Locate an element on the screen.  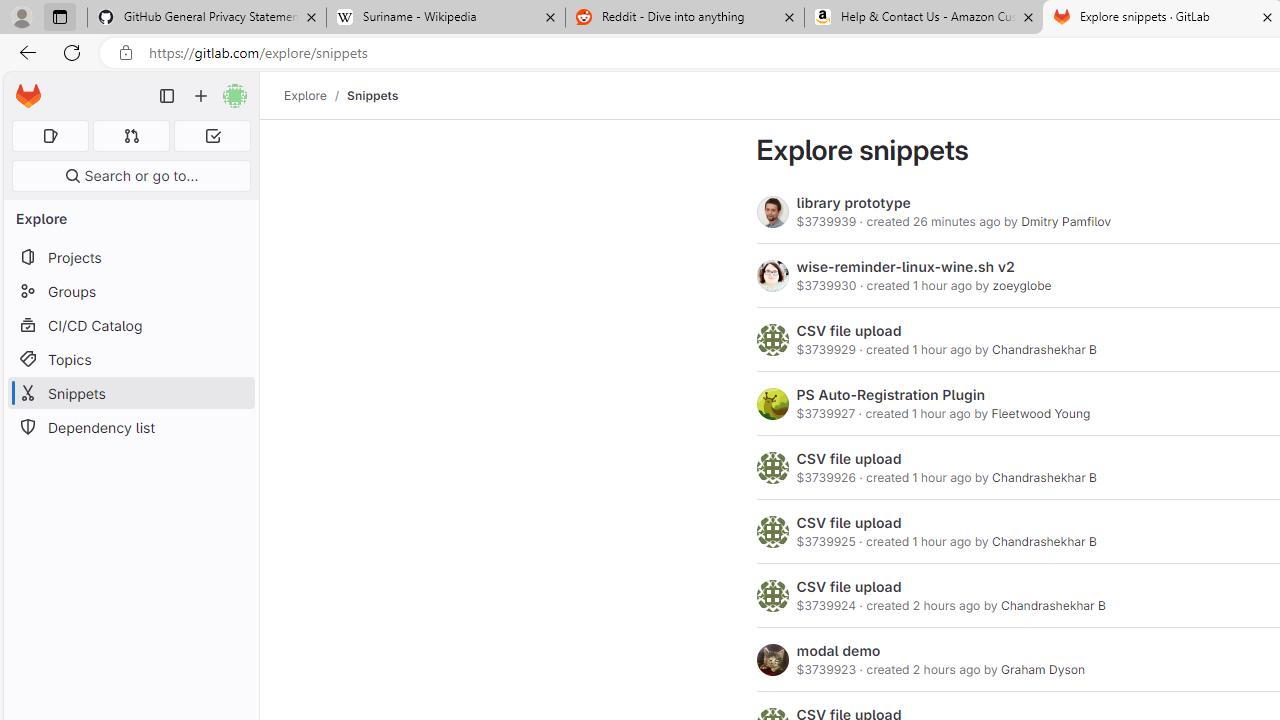
'Snippets' is located at coordinates (373, 95).